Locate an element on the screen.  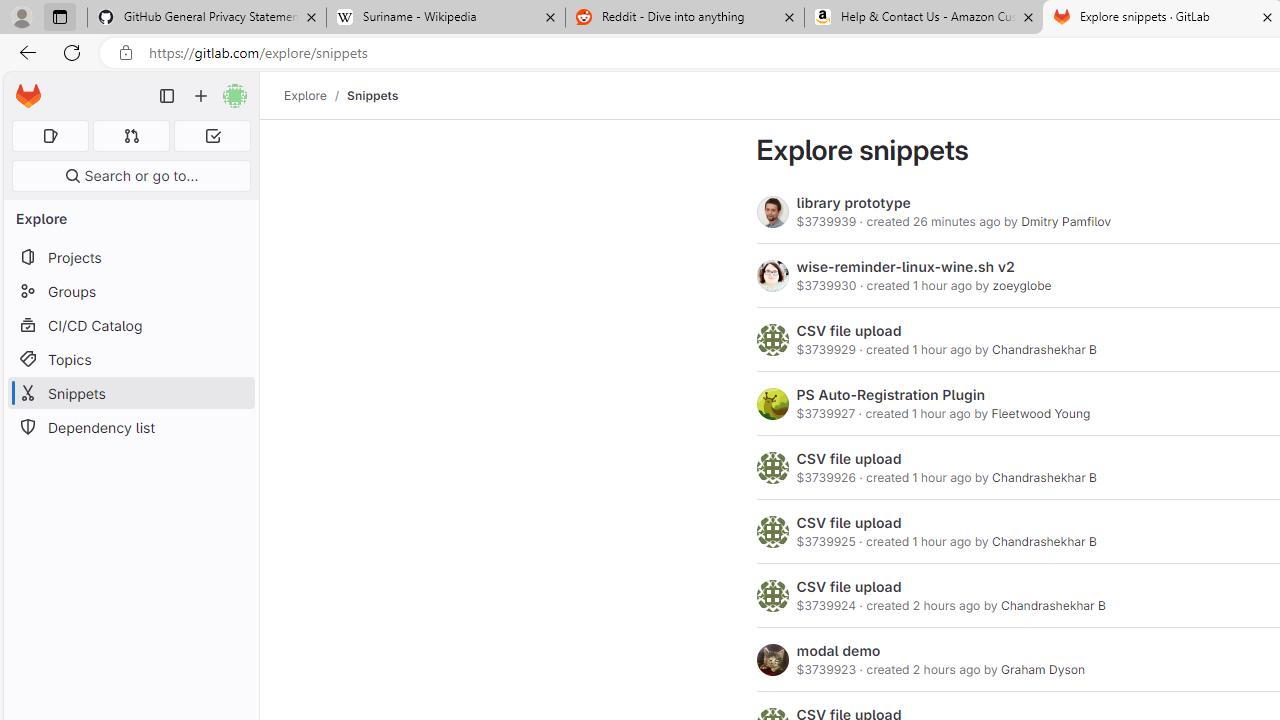
'Snippets' is located at coordinates (373, 95).